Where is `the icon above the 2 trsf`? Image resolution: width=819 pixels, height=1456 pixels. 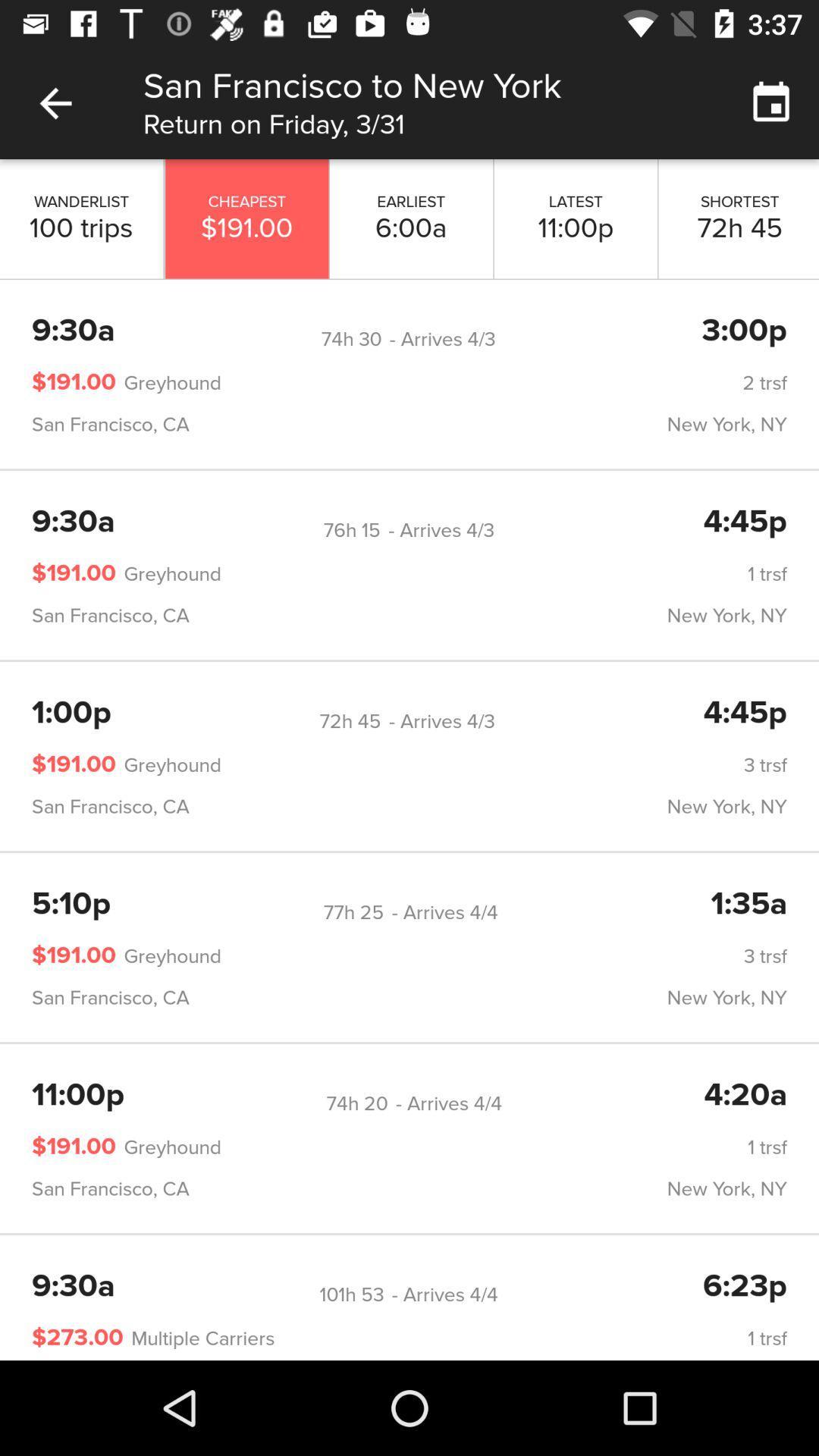
the icon above the 2 trsf is located at coordinates (351, 338).